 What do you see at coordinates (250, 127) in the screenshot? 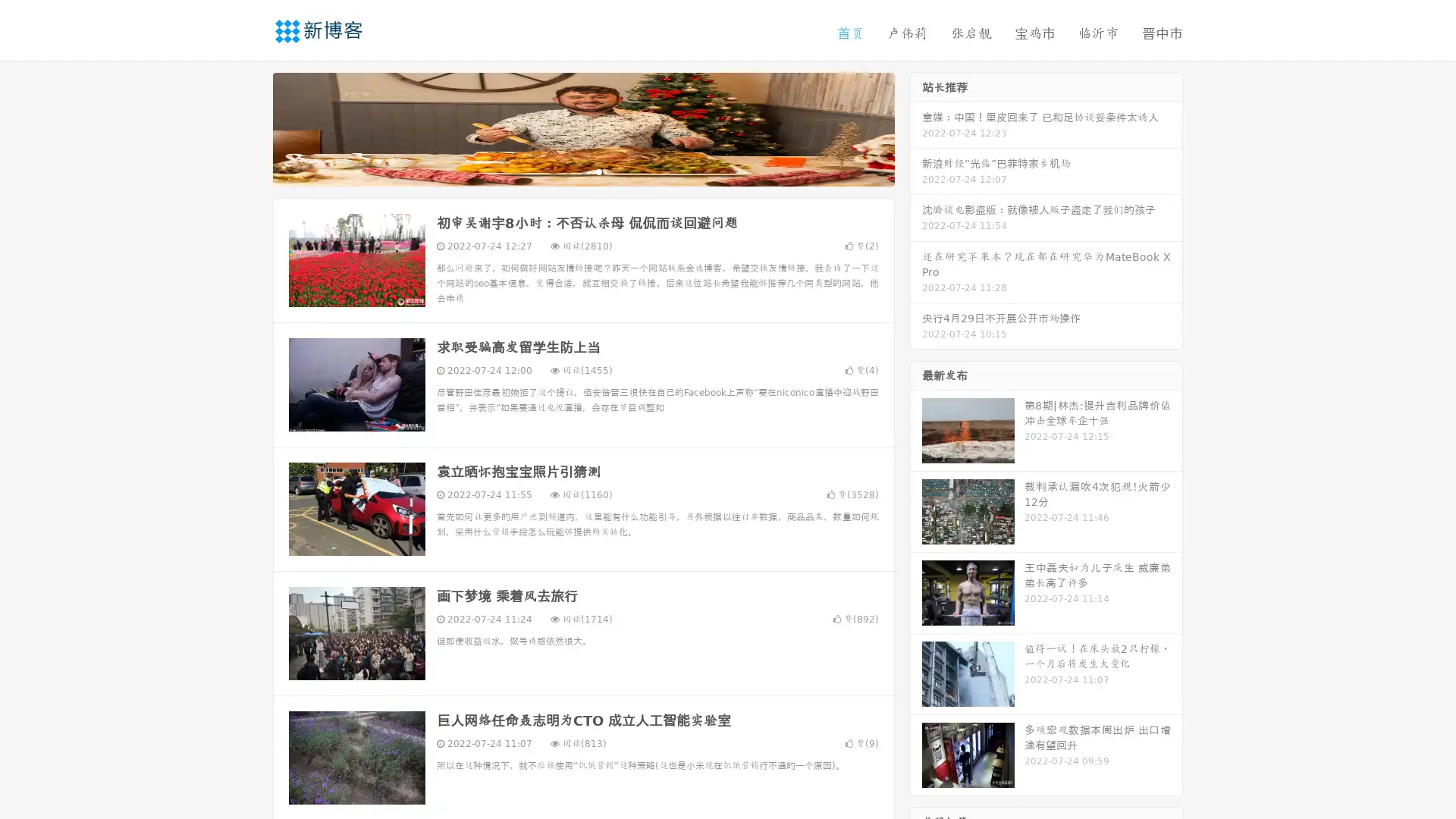
I see `Previous slide` at bounding box center [250, 127].